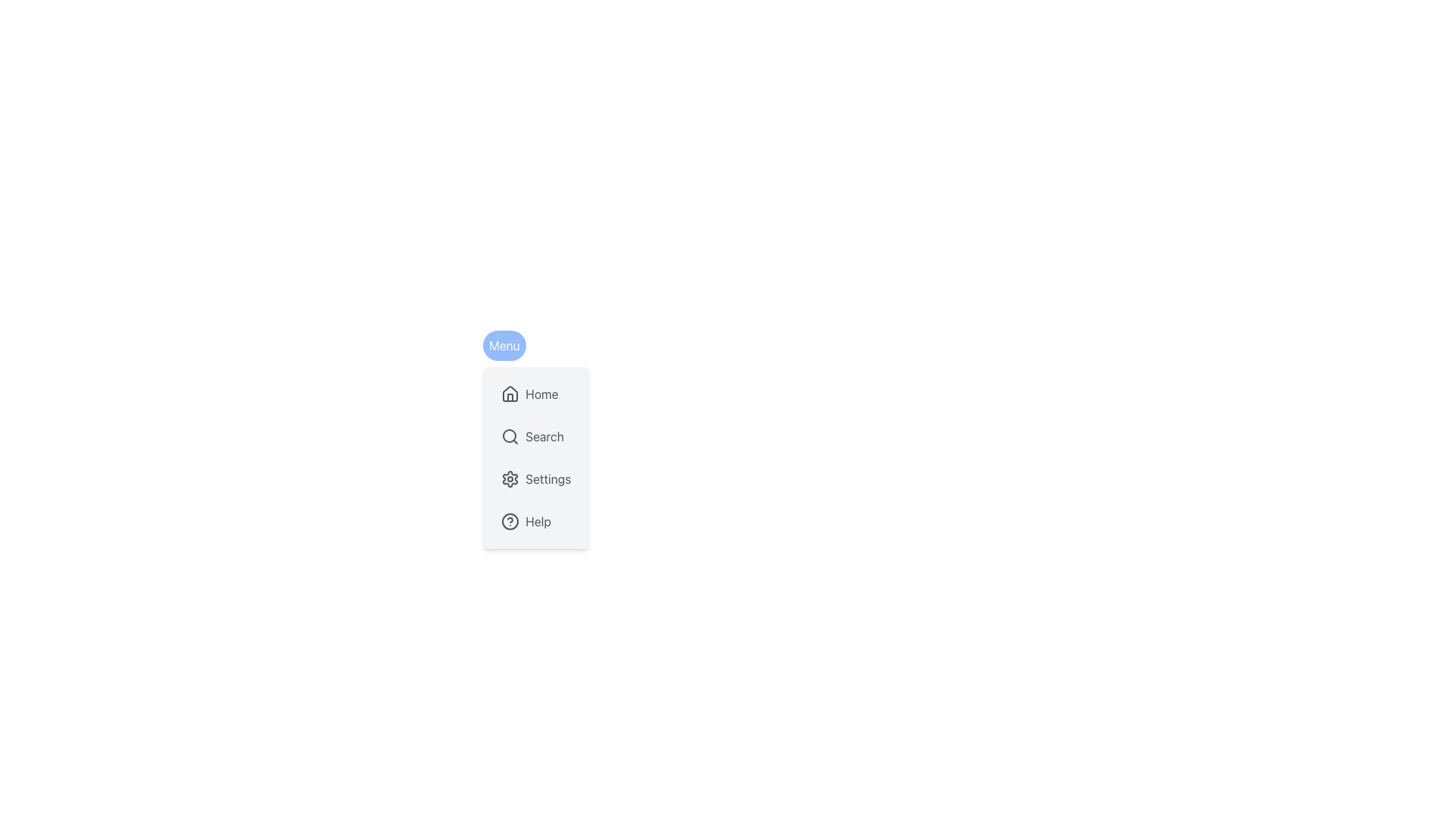  I want to click on the 'Help' menu item, which is the fourth item, so click(536, 520).